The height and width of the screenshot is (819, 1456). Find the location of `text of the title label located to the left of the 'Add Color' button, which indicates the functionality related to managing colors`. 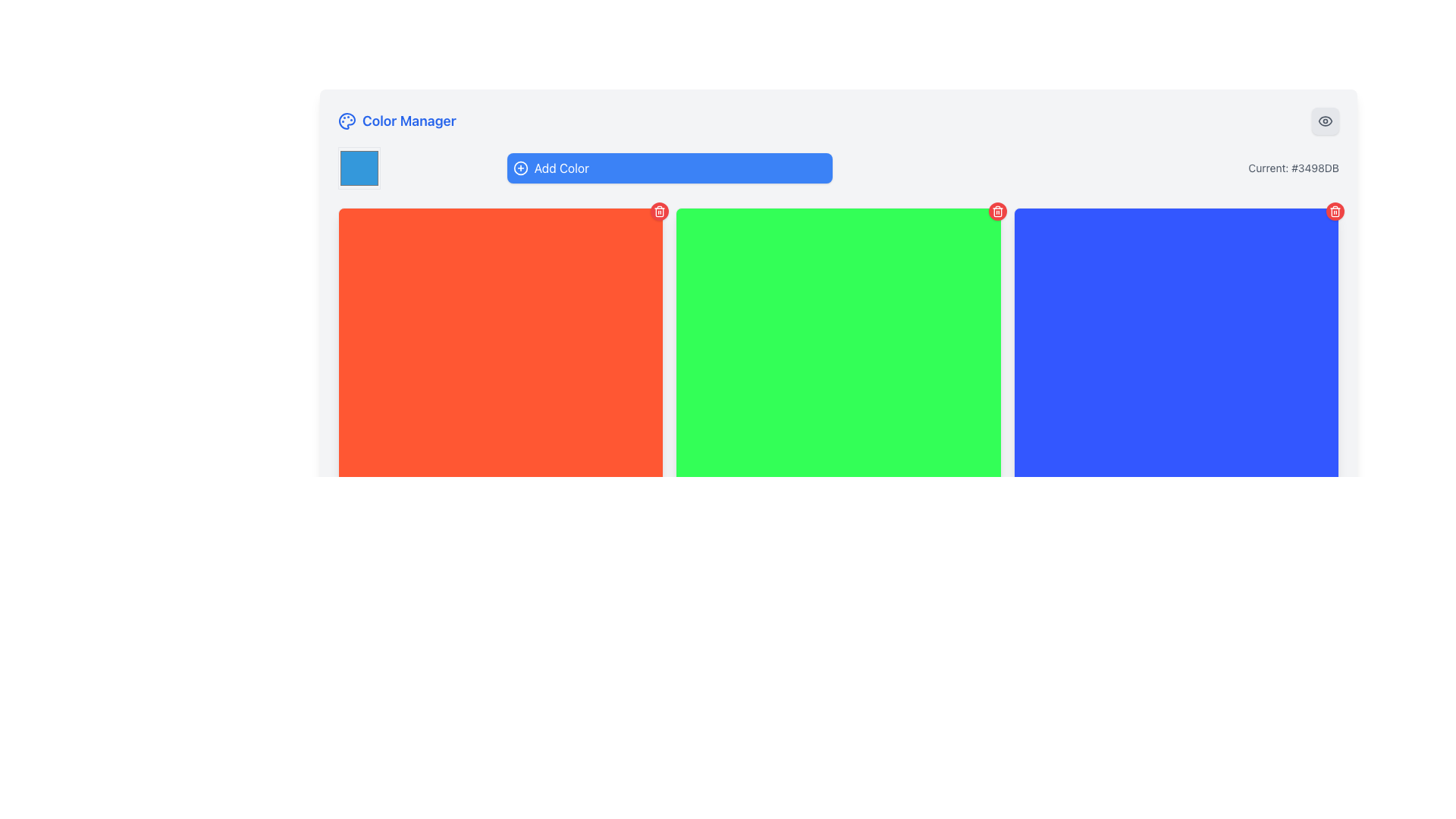

text of the title label located to the left of the 'Add Color' button, which indicates the functionality related to managing colors is located at coordinates (397, 120).